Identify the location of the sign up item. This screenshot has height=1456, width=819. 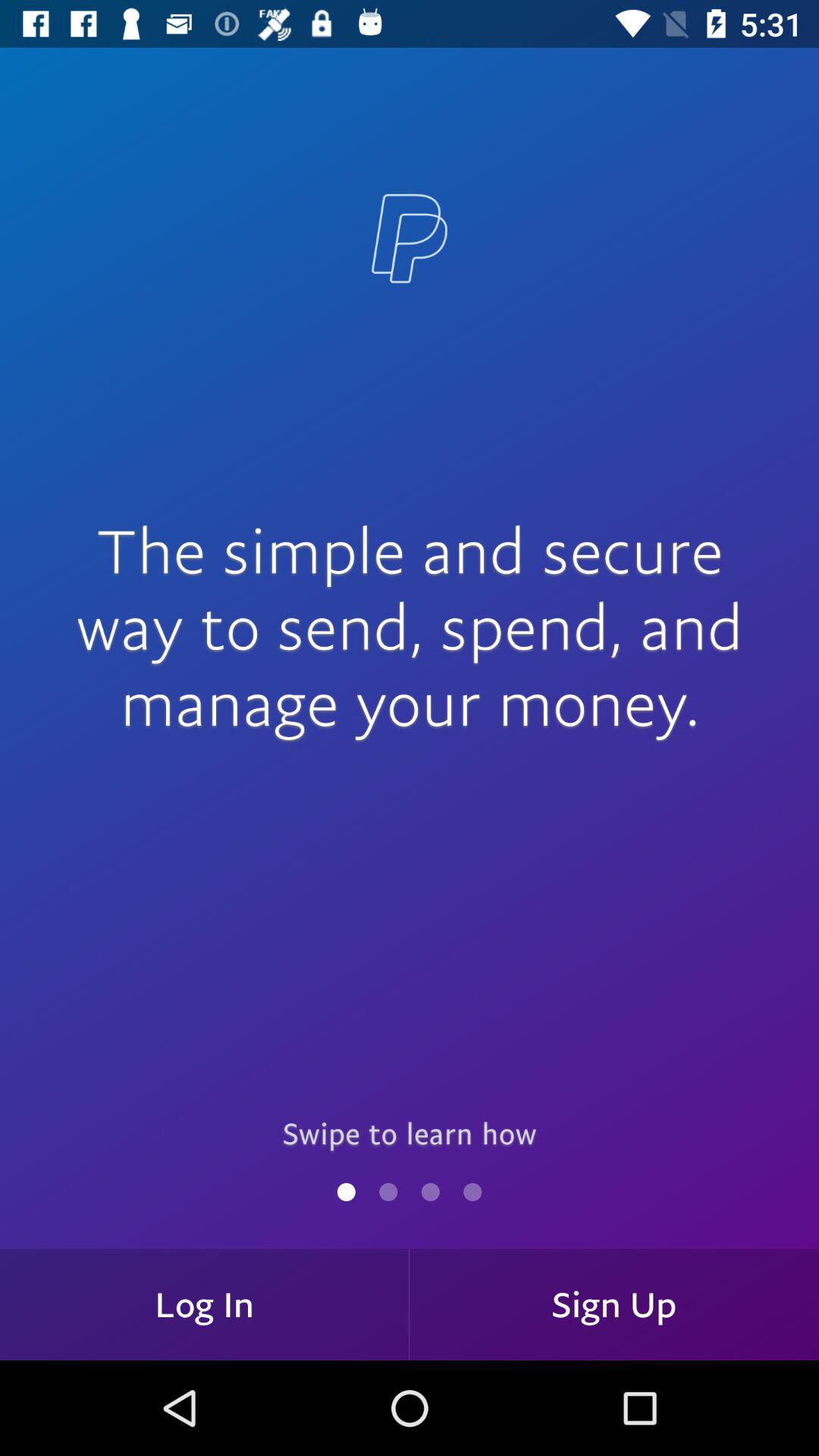
(614, 1304).